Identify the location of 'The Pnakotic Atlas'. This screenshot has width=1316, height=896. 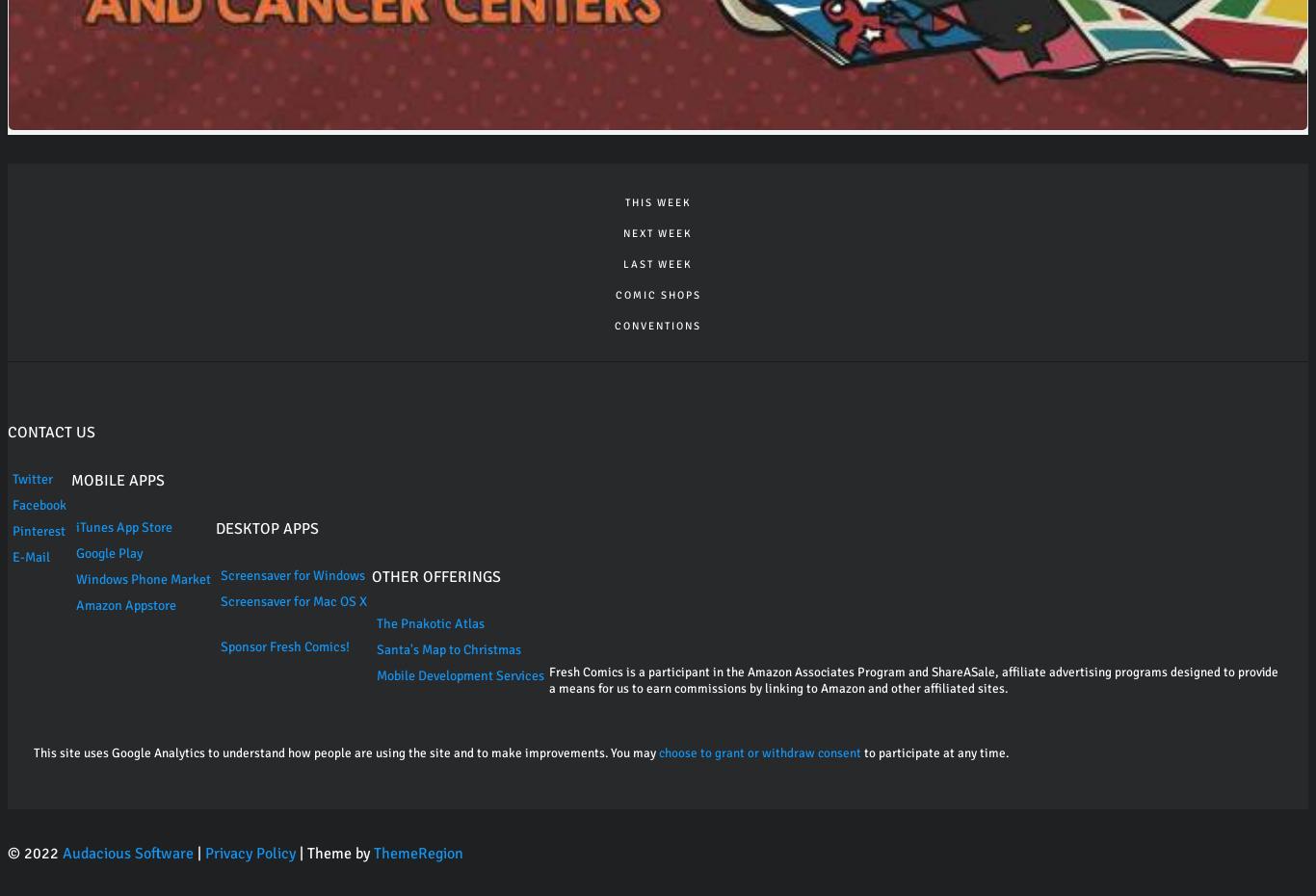
(429, 621).